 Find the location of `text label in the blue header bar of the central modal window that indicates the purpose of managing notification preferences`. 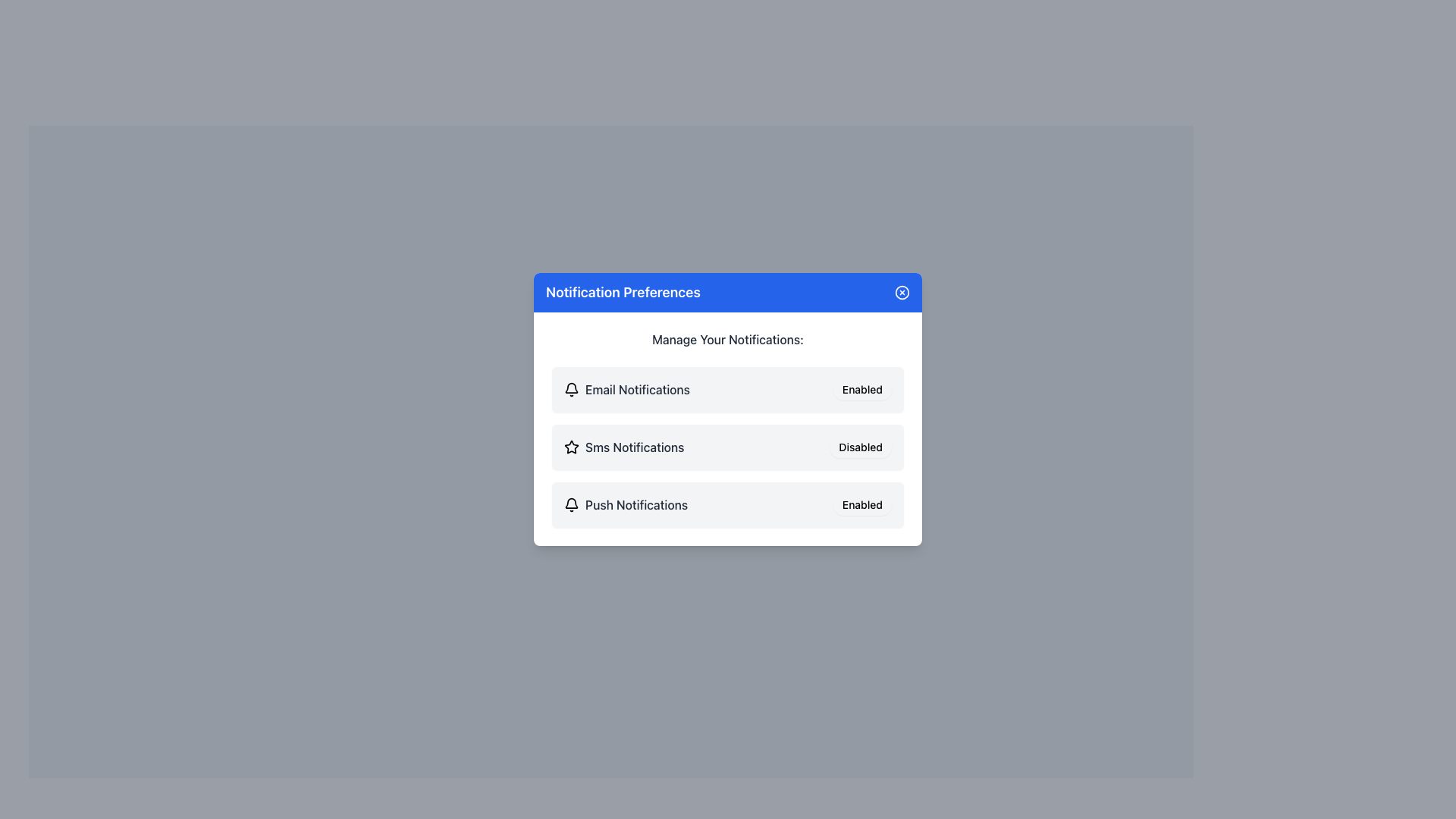

text label in the blue header bar of the central modal window that indicates the purpose of managing notification preferences is located at coordinates (623, 292).